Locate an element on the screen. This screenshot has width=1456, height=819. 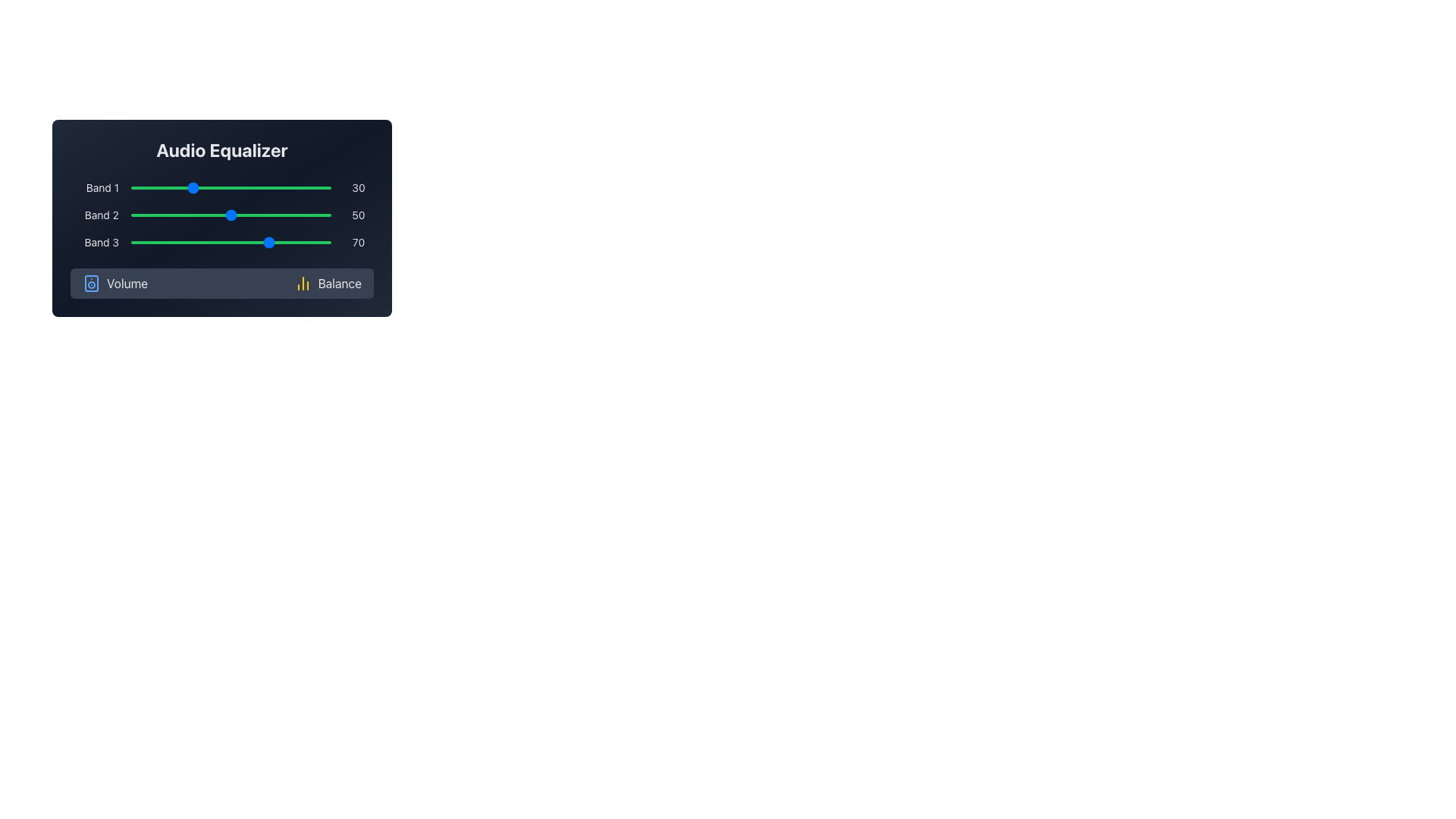
Band 3 is located at coordinates (236, 242).